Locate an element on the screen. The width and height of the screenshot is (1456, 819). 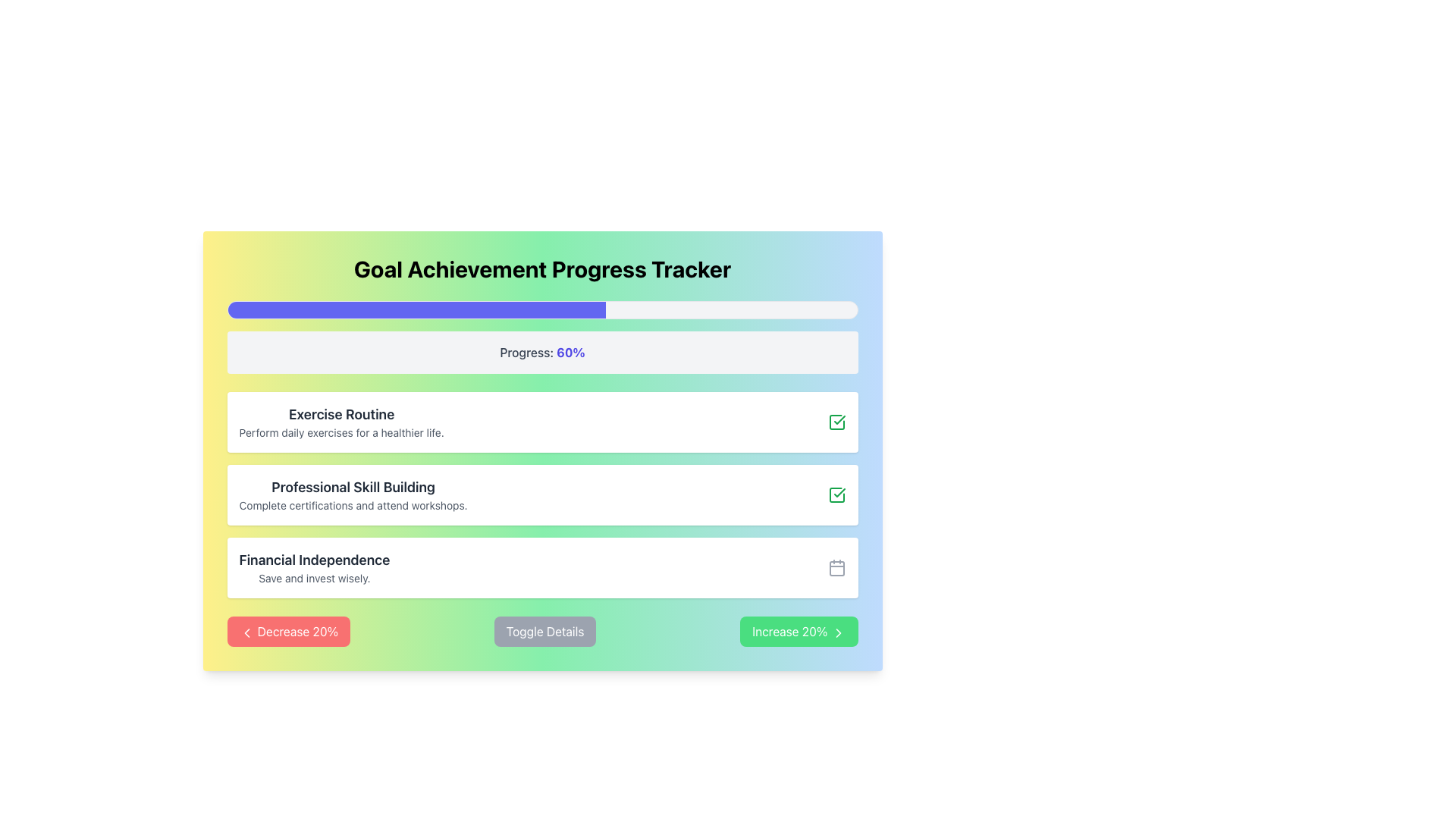
the Text Label displaying 'Professional Skill Building', which is a bold and large font heading located above the supporting description in the interface is located at coordinates (353, 488).